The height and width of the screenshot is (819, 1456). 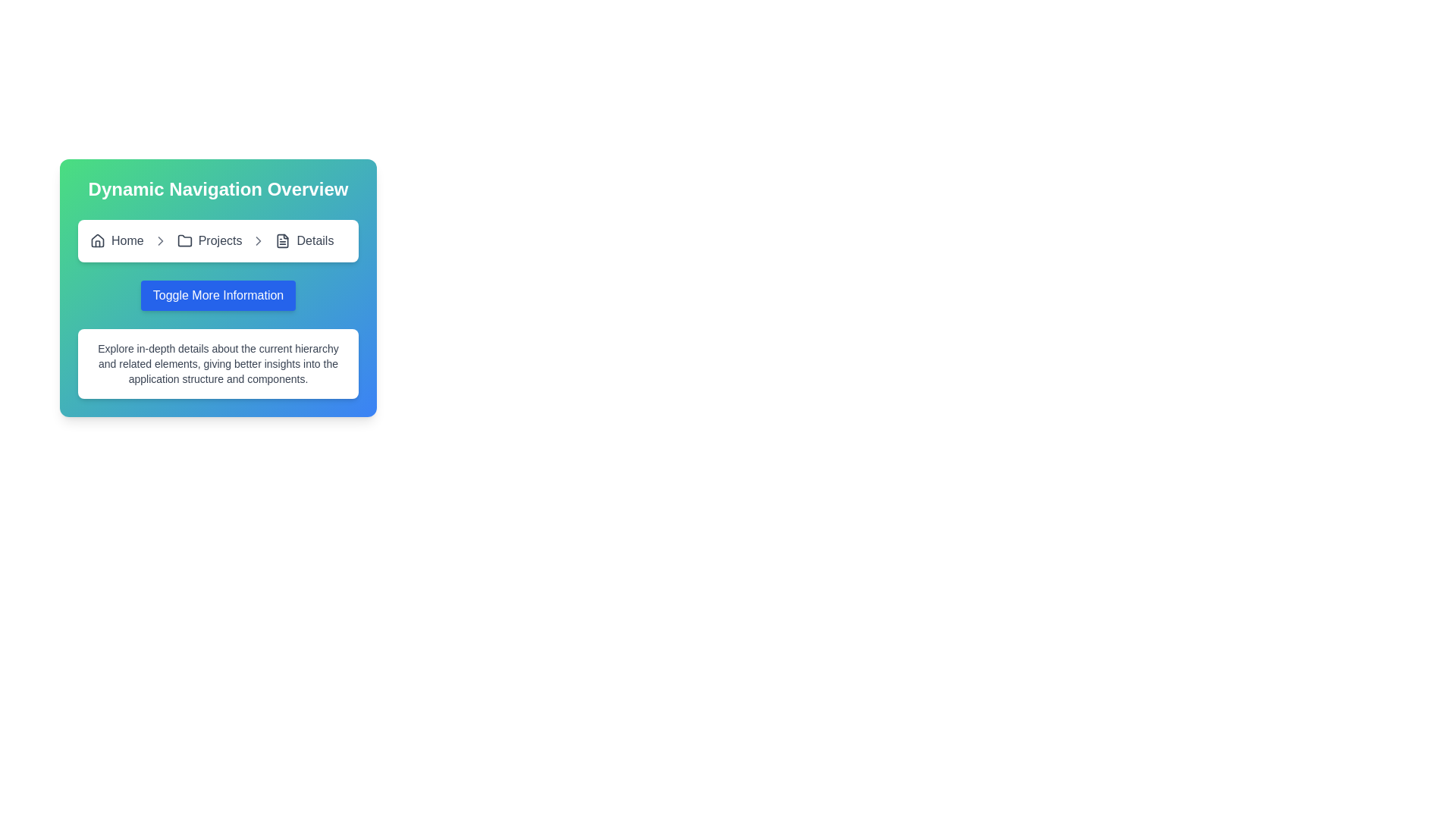 I want to click on the SVG graphic element representing the file icon for the 'Details' section located in the navigation bar, so click(x=283, y=240).